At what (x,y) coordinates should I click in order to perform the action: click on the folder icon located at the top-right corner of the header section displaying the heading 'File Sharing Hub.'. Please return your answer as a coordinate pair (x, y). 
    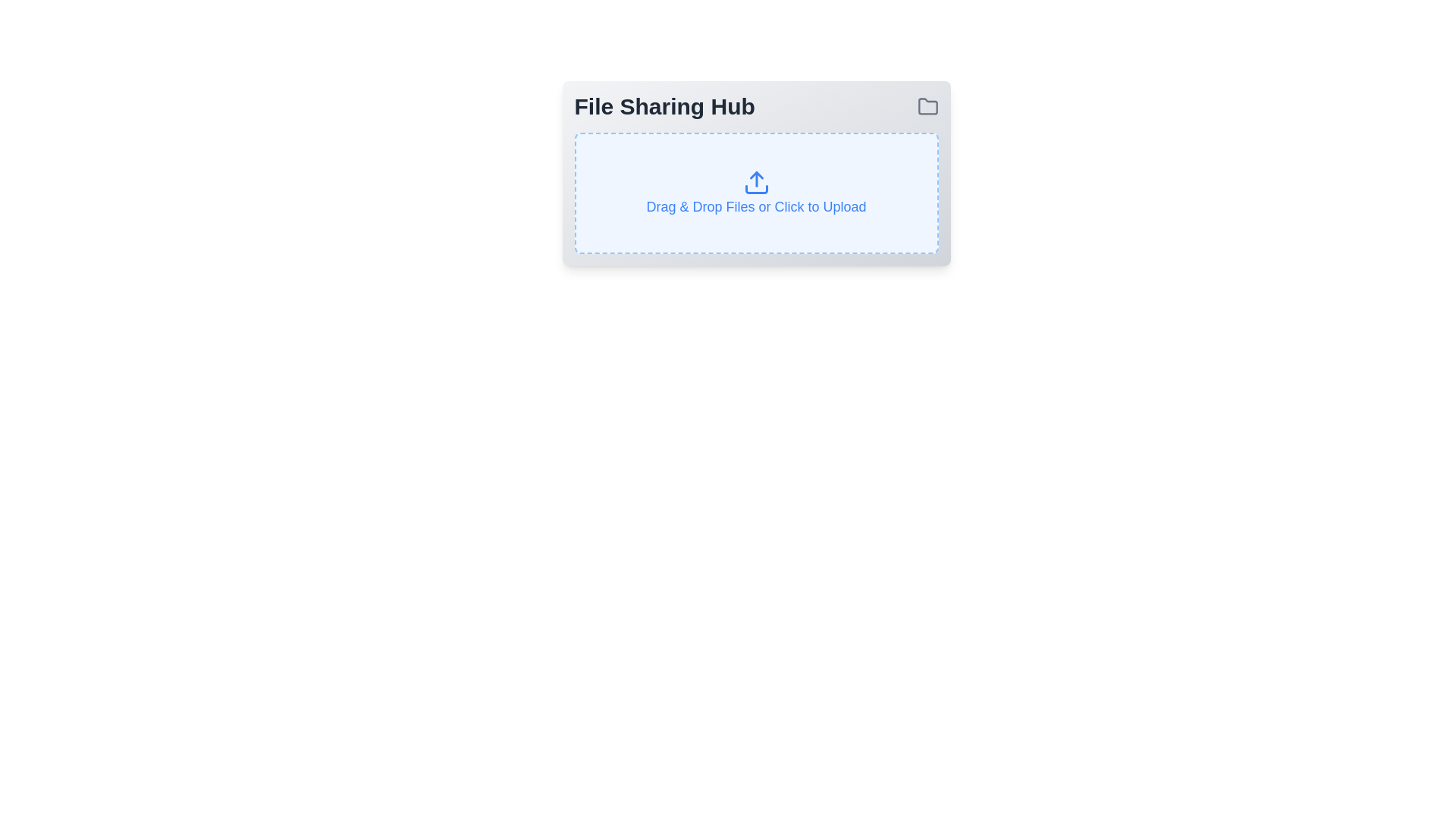
    Looking at the image, I should click on (927, 106).